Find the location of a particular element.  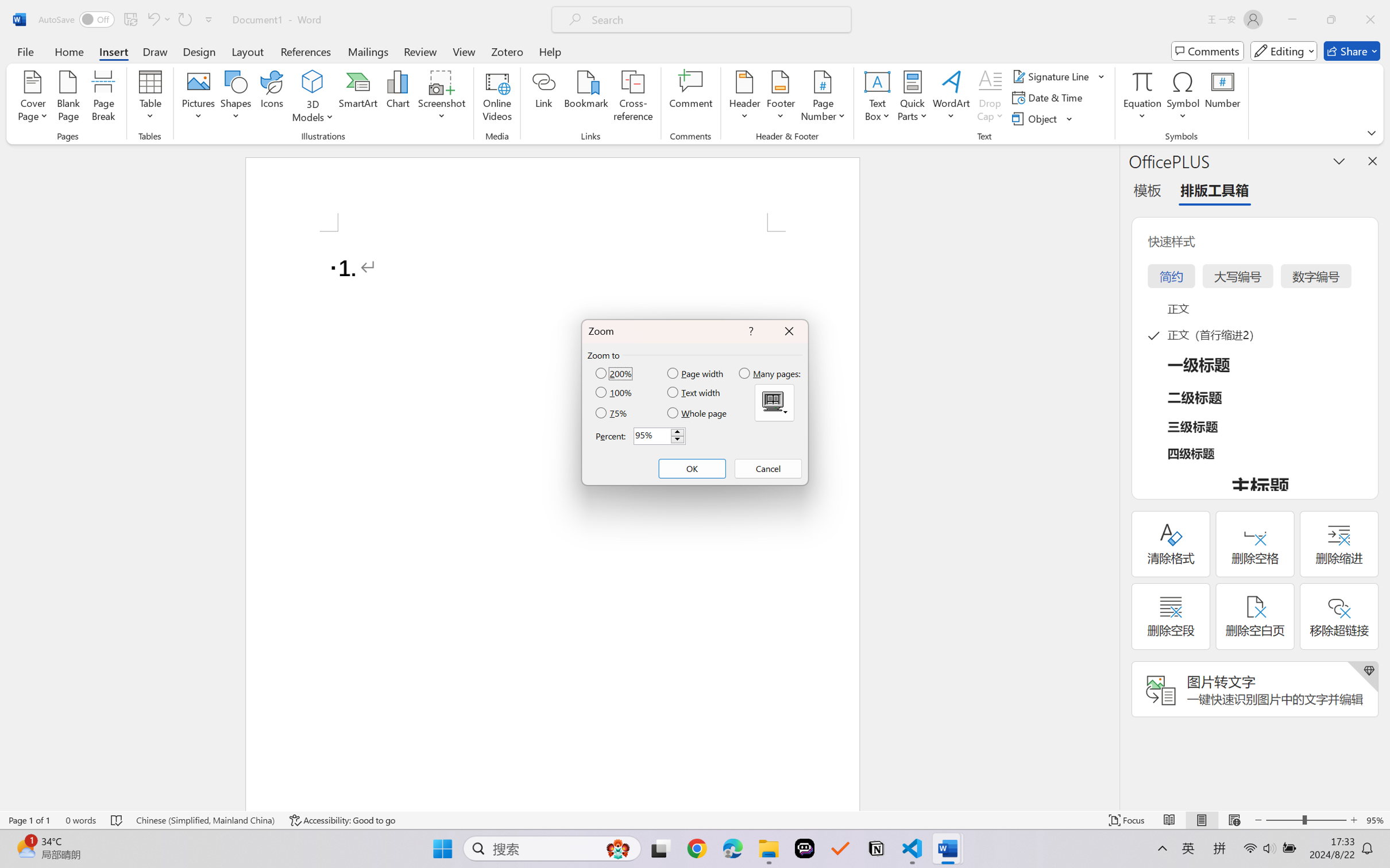

'Page width' is located at coordinates (696, 373).